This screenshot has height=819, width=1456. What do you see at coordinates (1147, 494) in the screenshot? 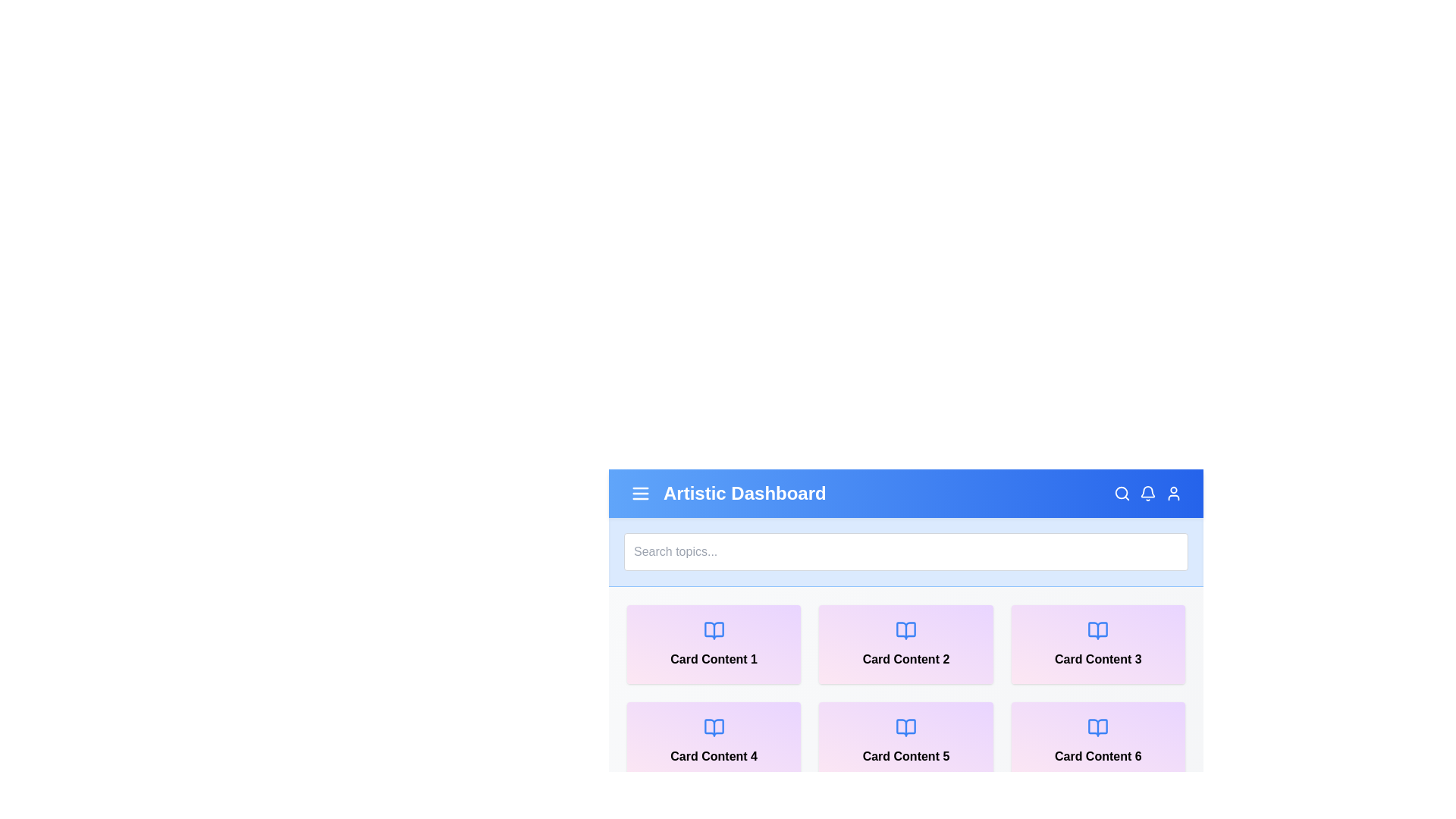
I see `the navigation bar elements: bell_icon` at bounding box center [1147, 494].